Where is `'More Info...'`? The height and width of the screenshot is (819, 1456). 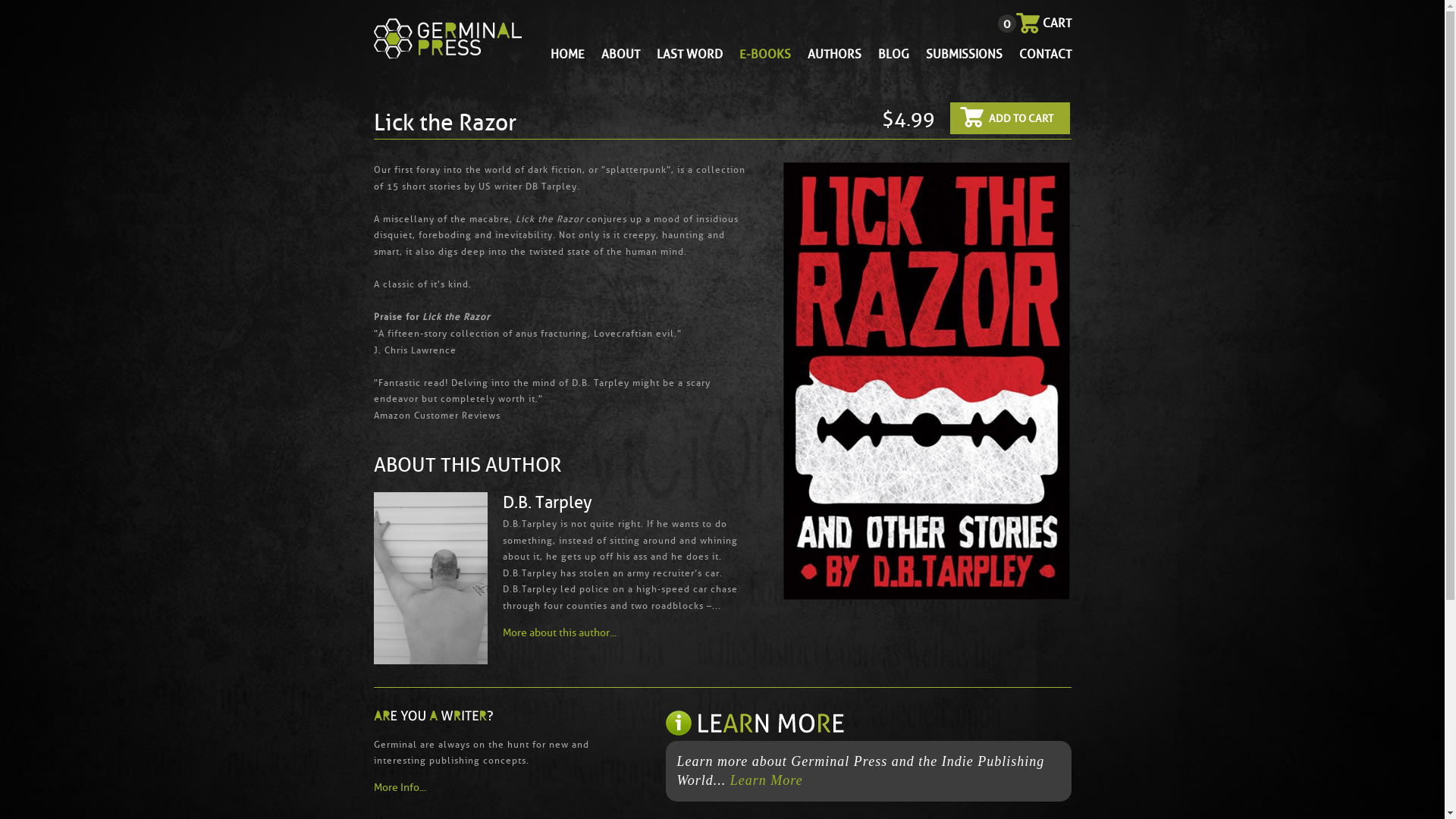 'More Info...' is located at coordinates (484, 786).